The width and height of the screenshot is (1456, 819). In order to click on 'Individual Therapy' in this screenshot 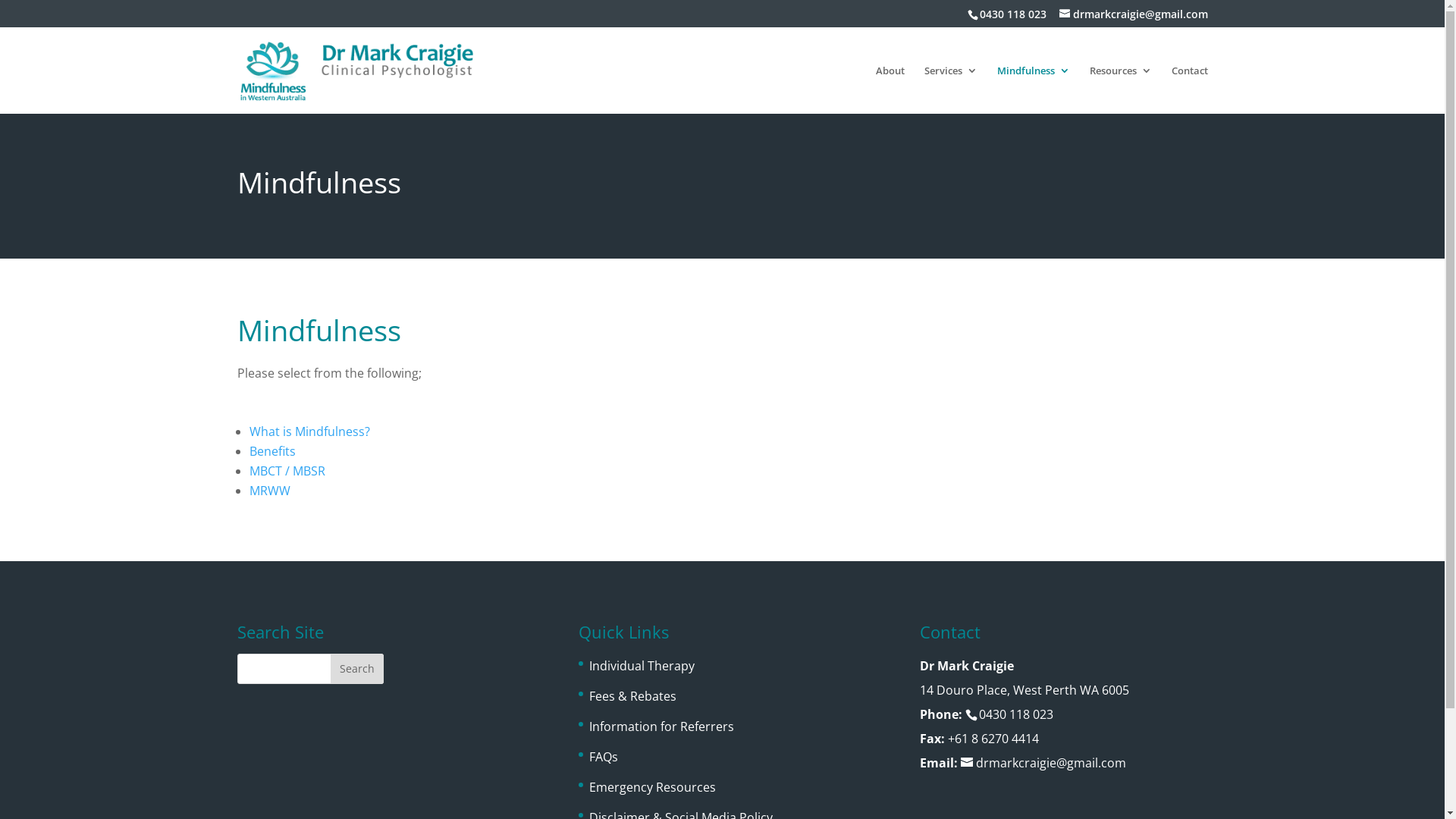, I will do `click(642, 665)`.